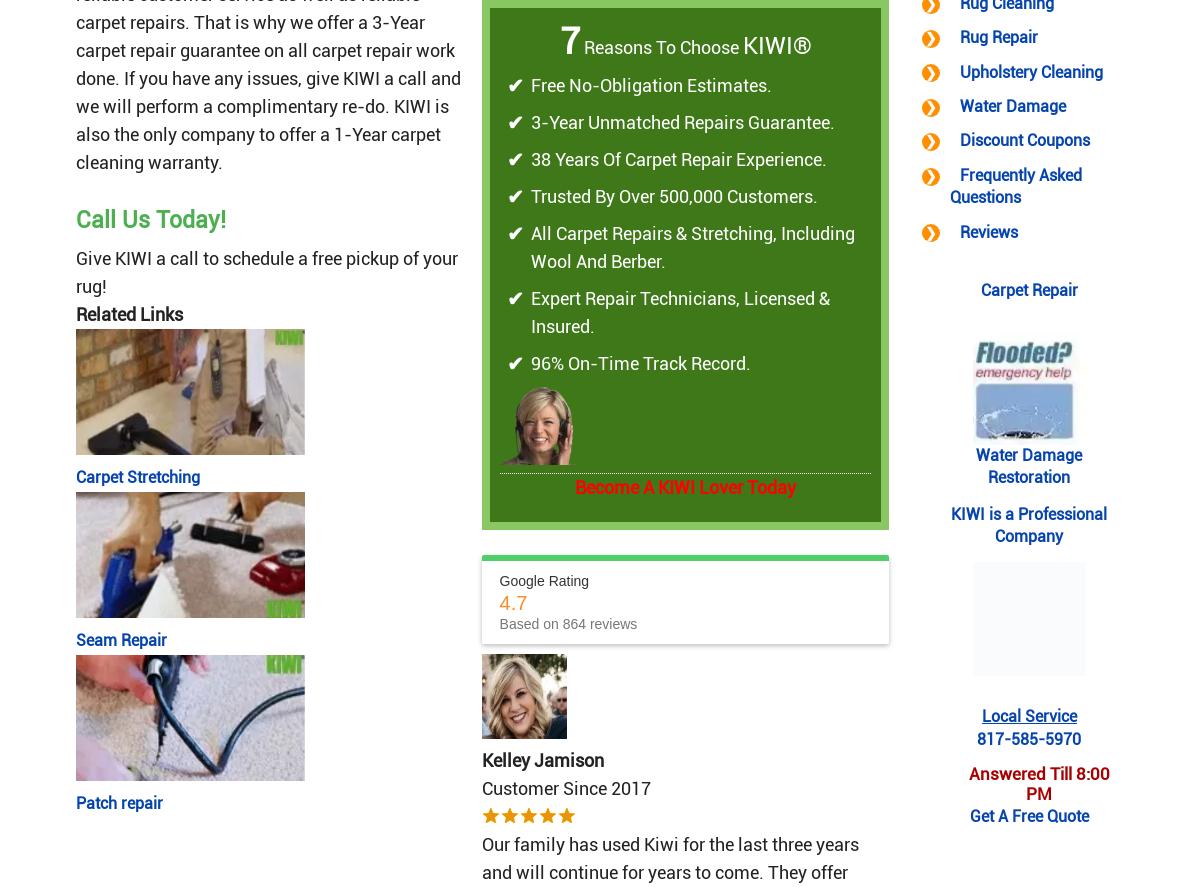 This screenshot has height=887, width=1200. Describe the element at coordinates (1029, 739) in the screenshot. I see `'817-585-5970'` at that location.